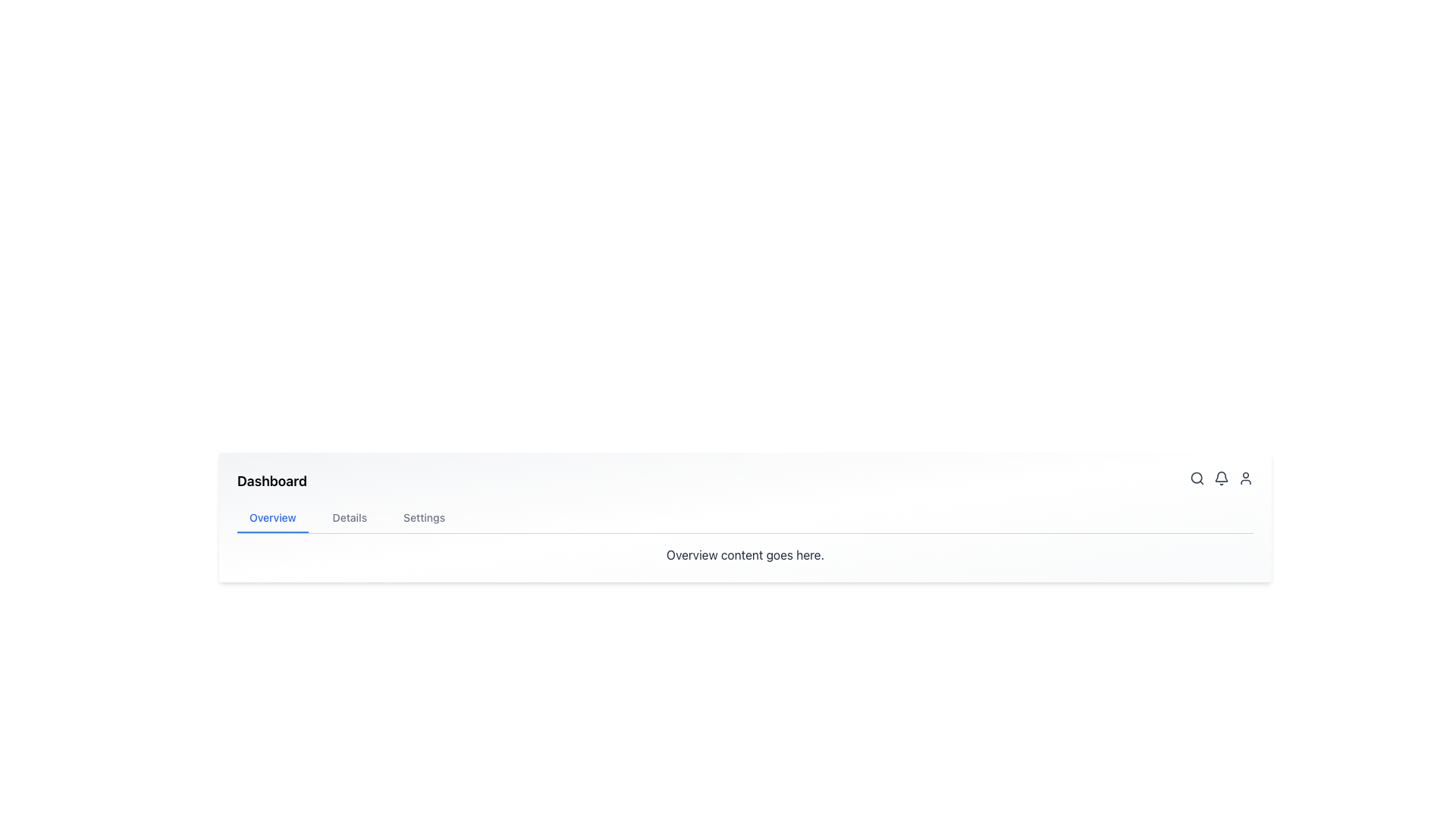 The width and height of the screenshot is (1456, 819). What do you see at coordinates (349, 517) in the screenshot?
I see `the 'Details' navigation tab, which is the second tab in a row of three horizontal tabs under the 'Dashboard' header` at bounding box center [349, 517].